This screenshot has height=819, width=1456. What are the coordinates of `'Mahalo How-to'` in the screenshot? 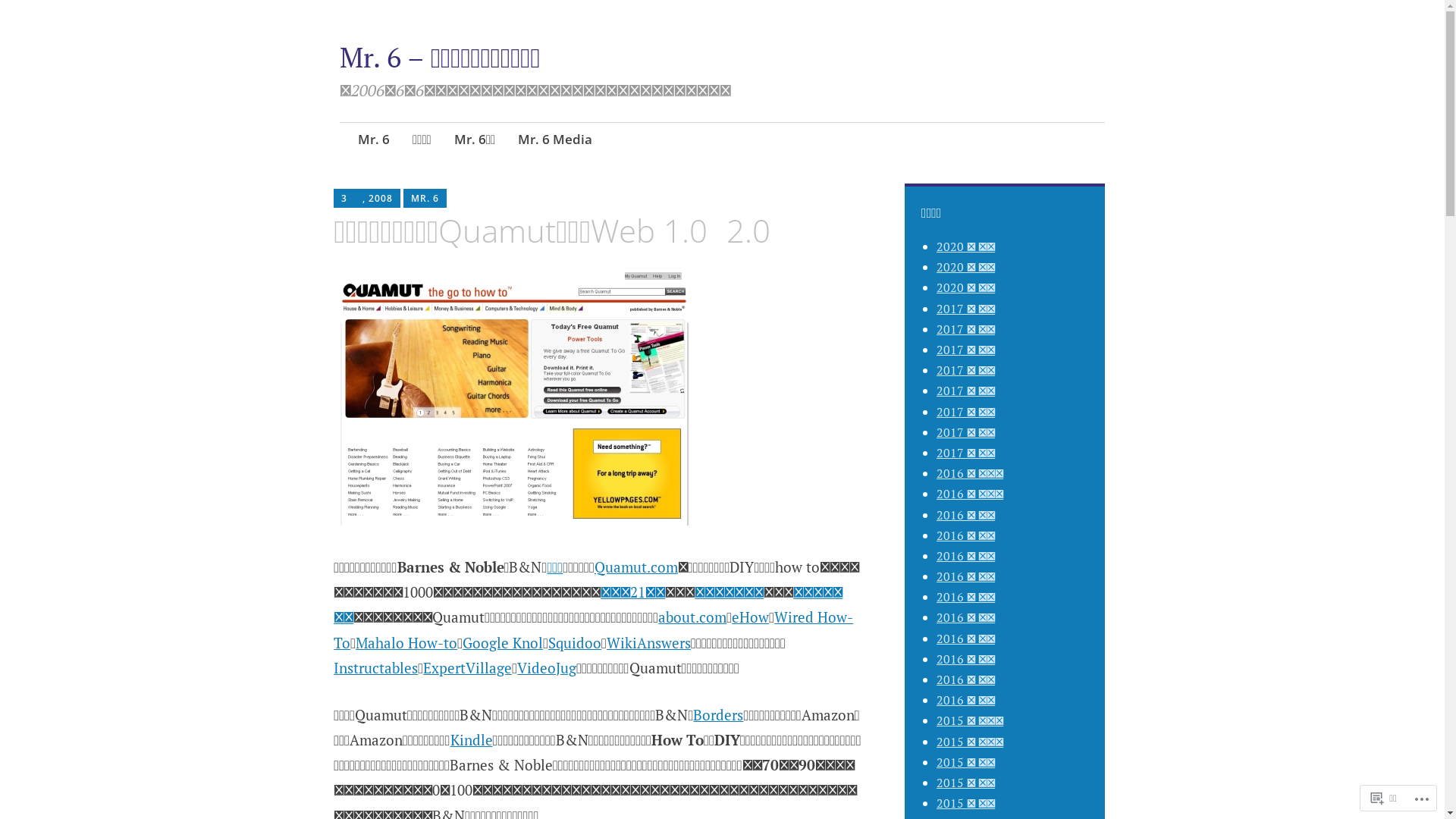 It's located at (355, 642).